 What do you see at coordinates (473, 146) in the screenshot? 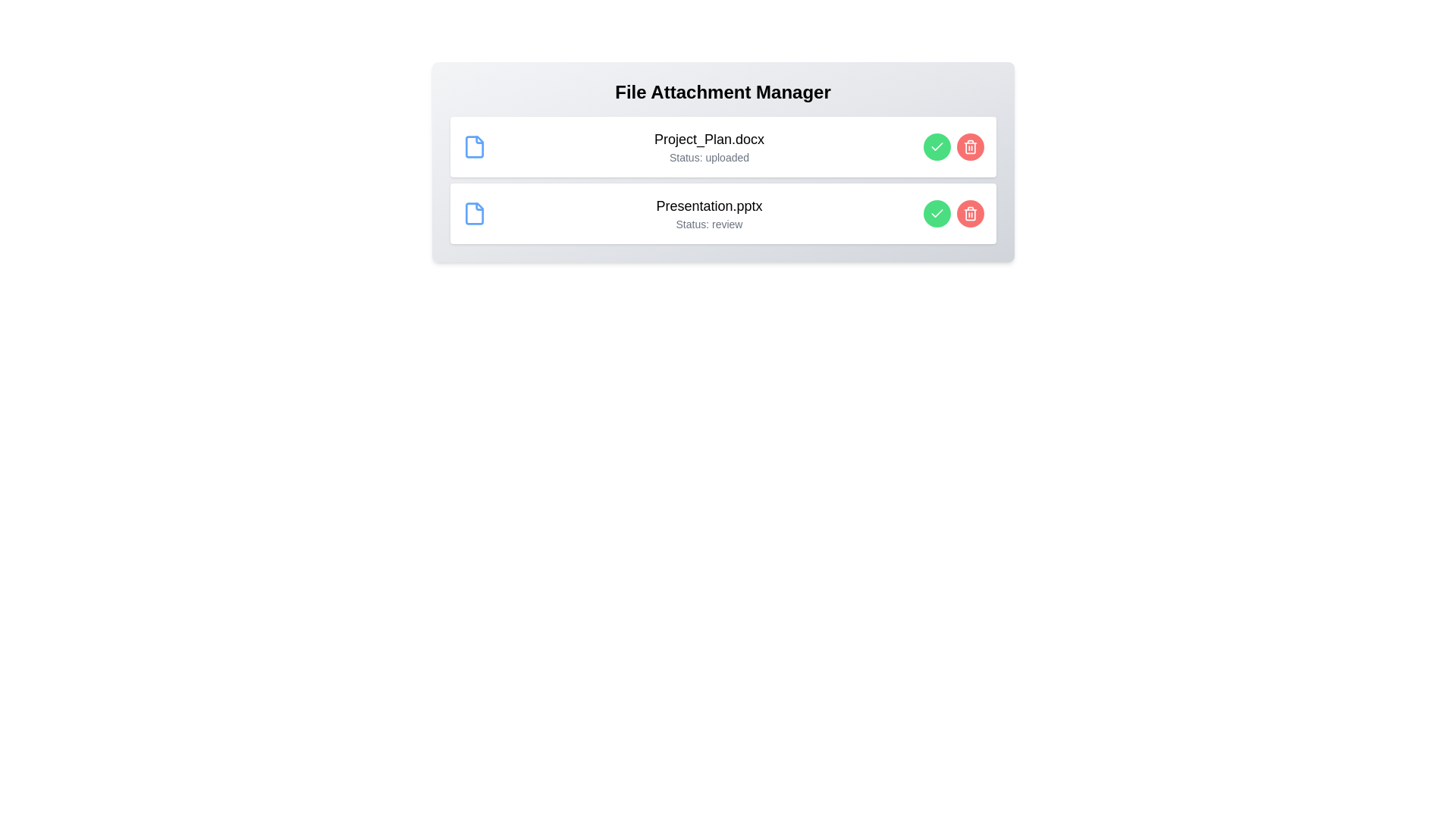
I see `the file icon to view details of the file named Project_Plan.docx` at bounding box center [473, 146].